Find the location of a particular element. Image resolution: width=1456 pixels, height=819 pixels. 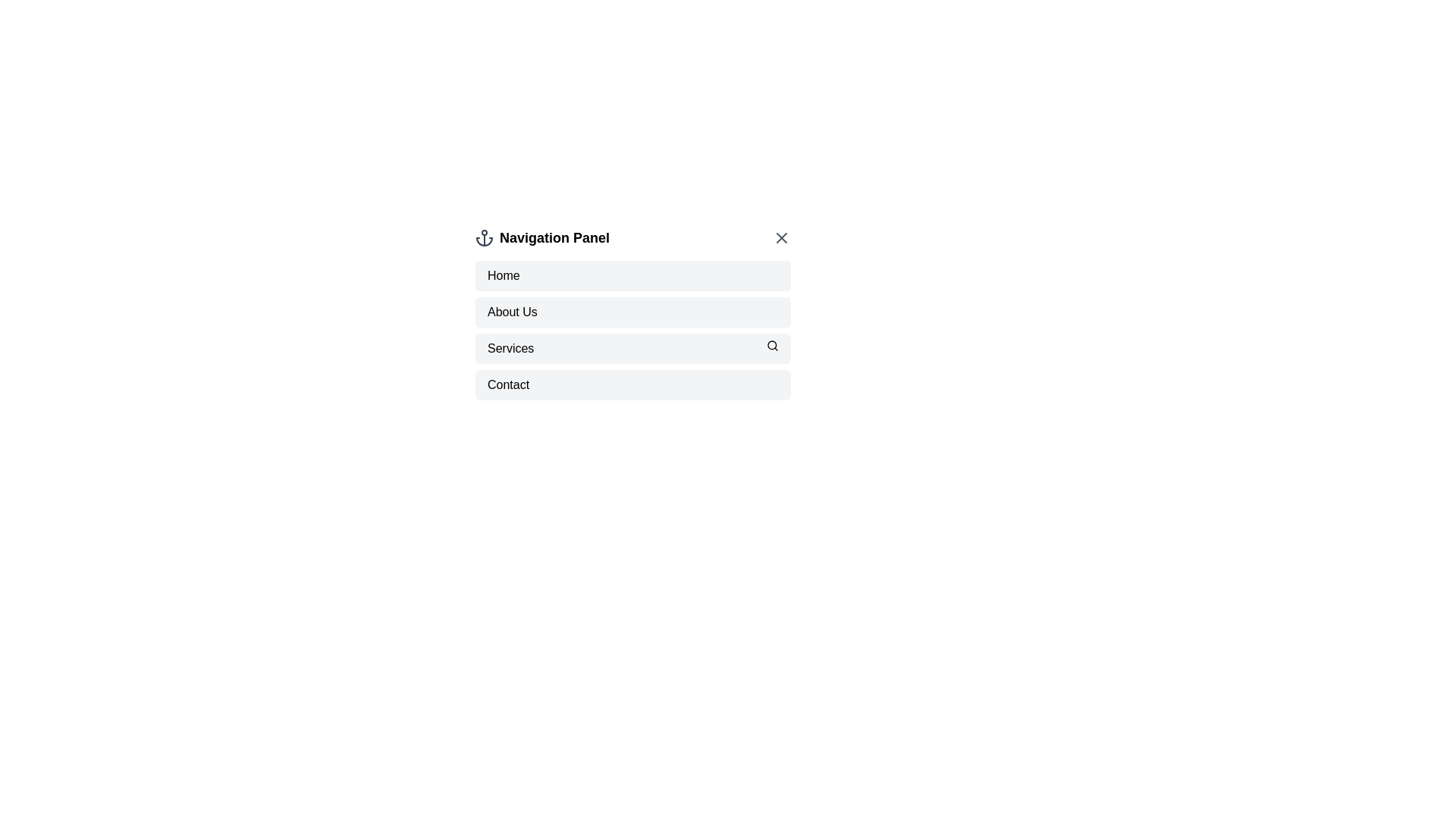

the 'Services' text label in the navigation panel is located at coordinates (510, 348).